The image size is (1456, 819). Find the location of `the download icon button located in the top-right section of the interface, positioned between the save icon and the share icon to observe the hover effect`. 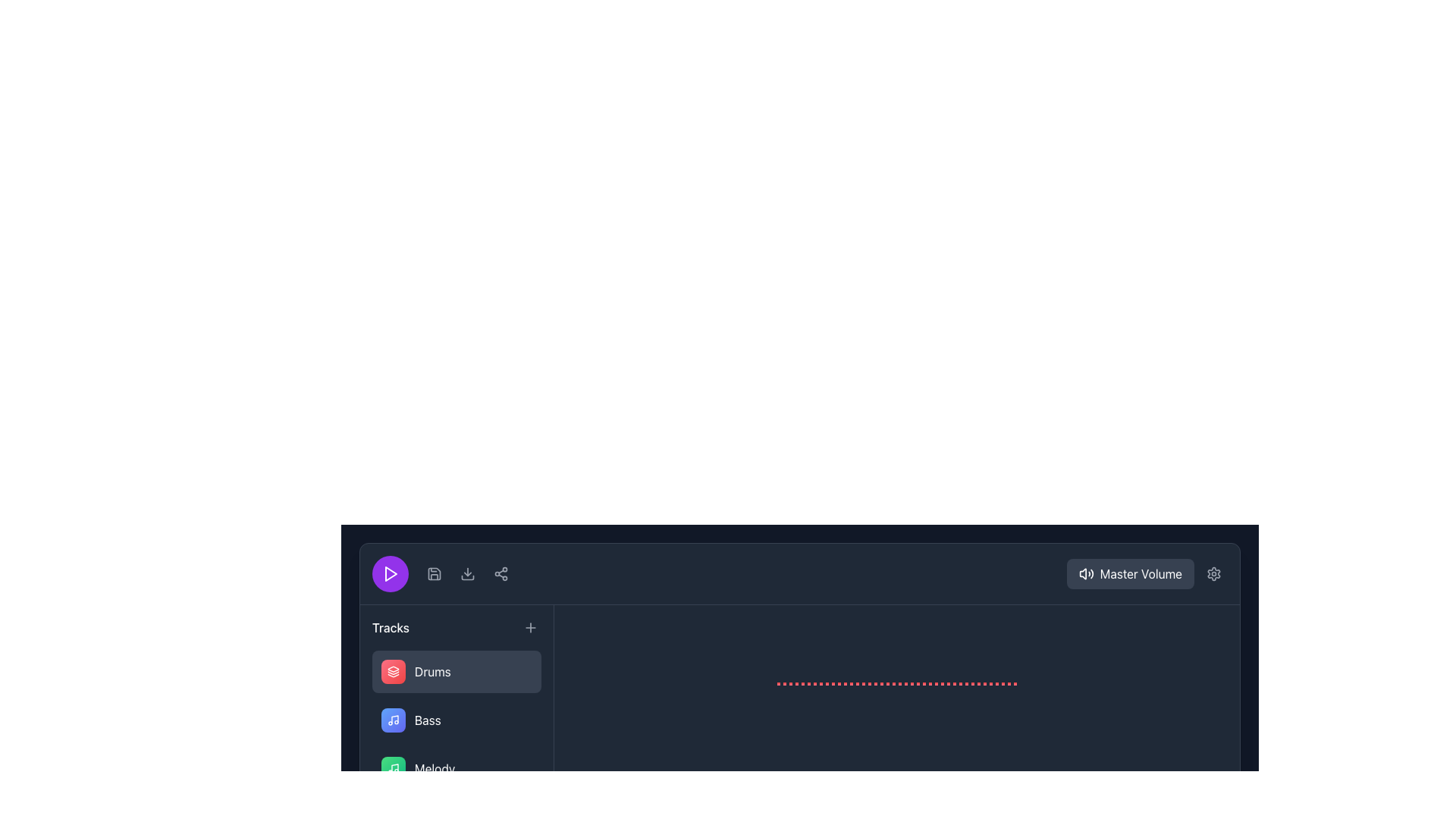

the download icon button located in the top-right section of the interface, positioned between the save icon and the share icon to observe the hover effect is located at coordinates (467, 573).